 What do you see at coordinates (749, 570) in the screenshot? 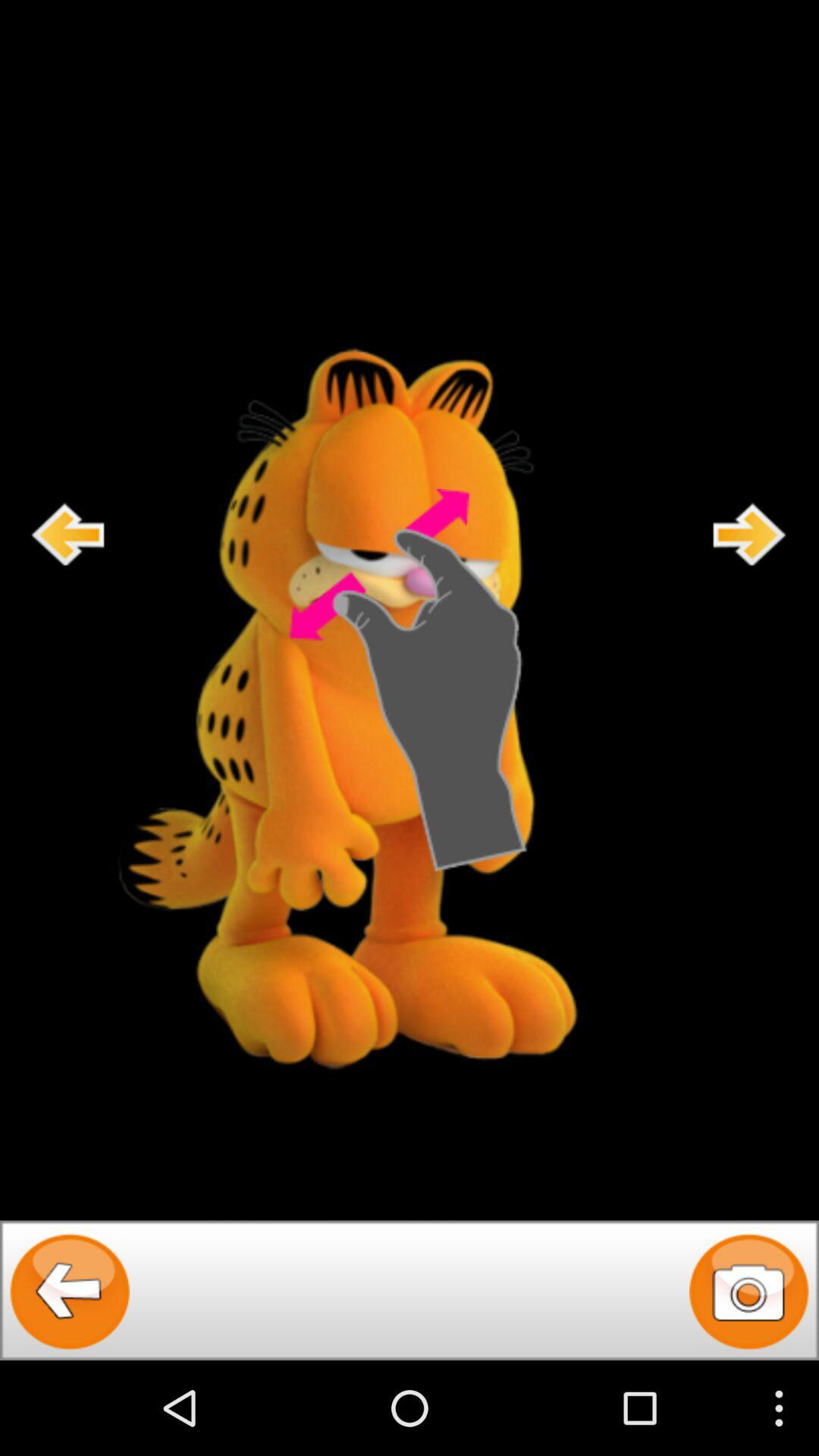
I see `the arrow_forward icon` at bounding box center [749, 570].